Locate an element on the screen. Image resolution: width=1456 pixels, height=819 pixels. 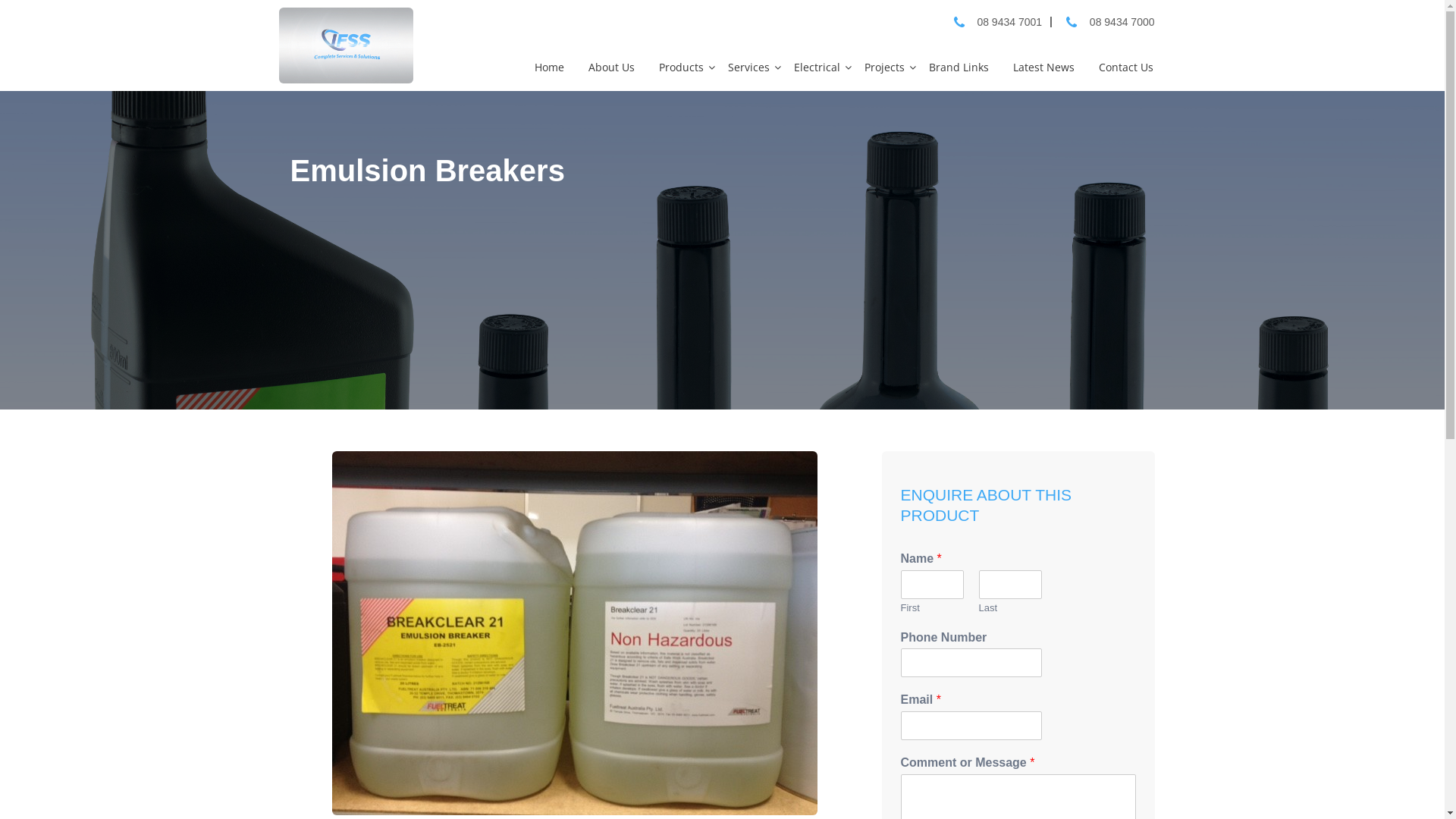
'Integrated Fuel Services and Solutions' is located at coordinates (345, 45).